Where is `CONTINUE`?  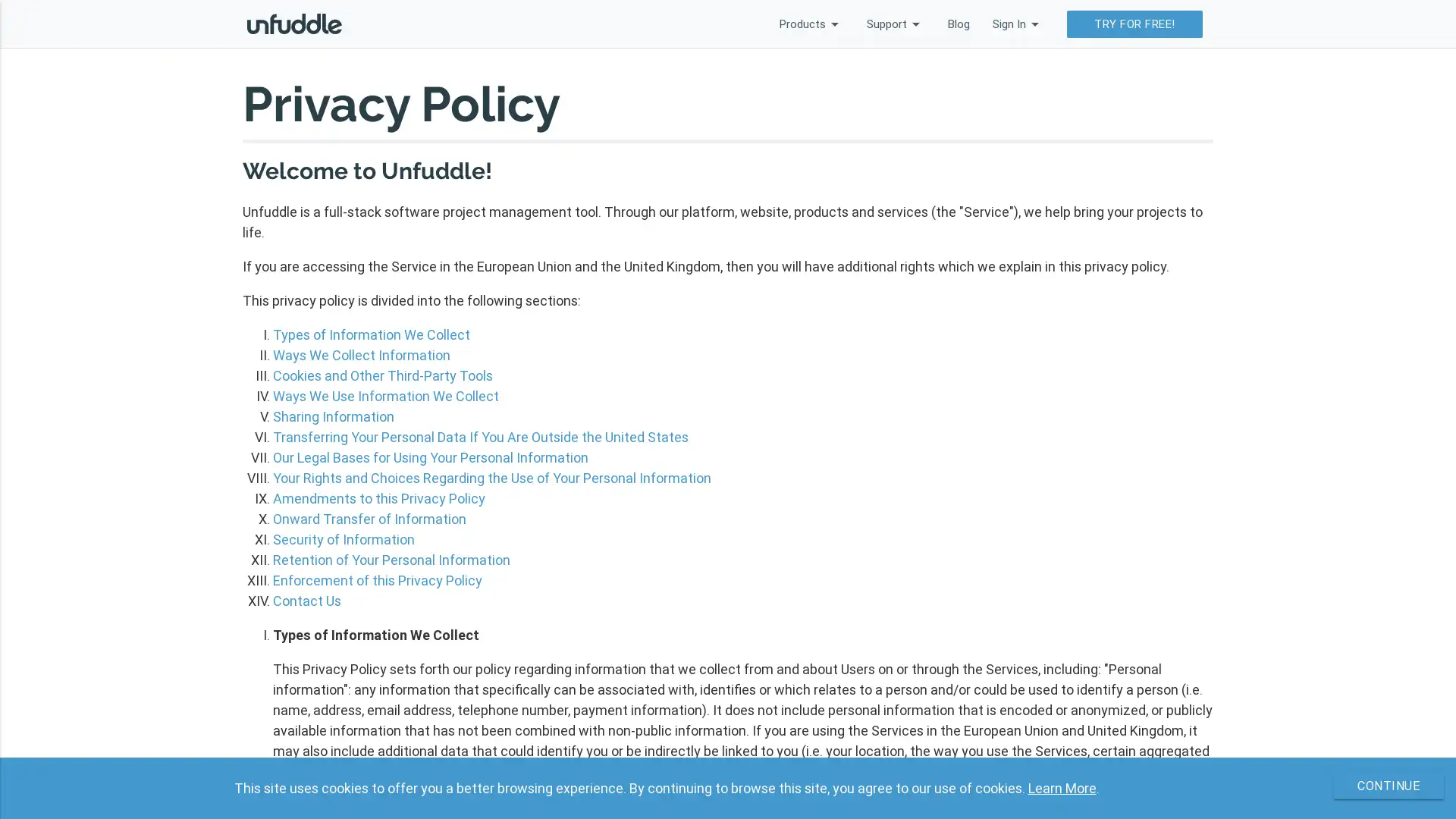 CONTINUE is located at coordinates (1379, 786).